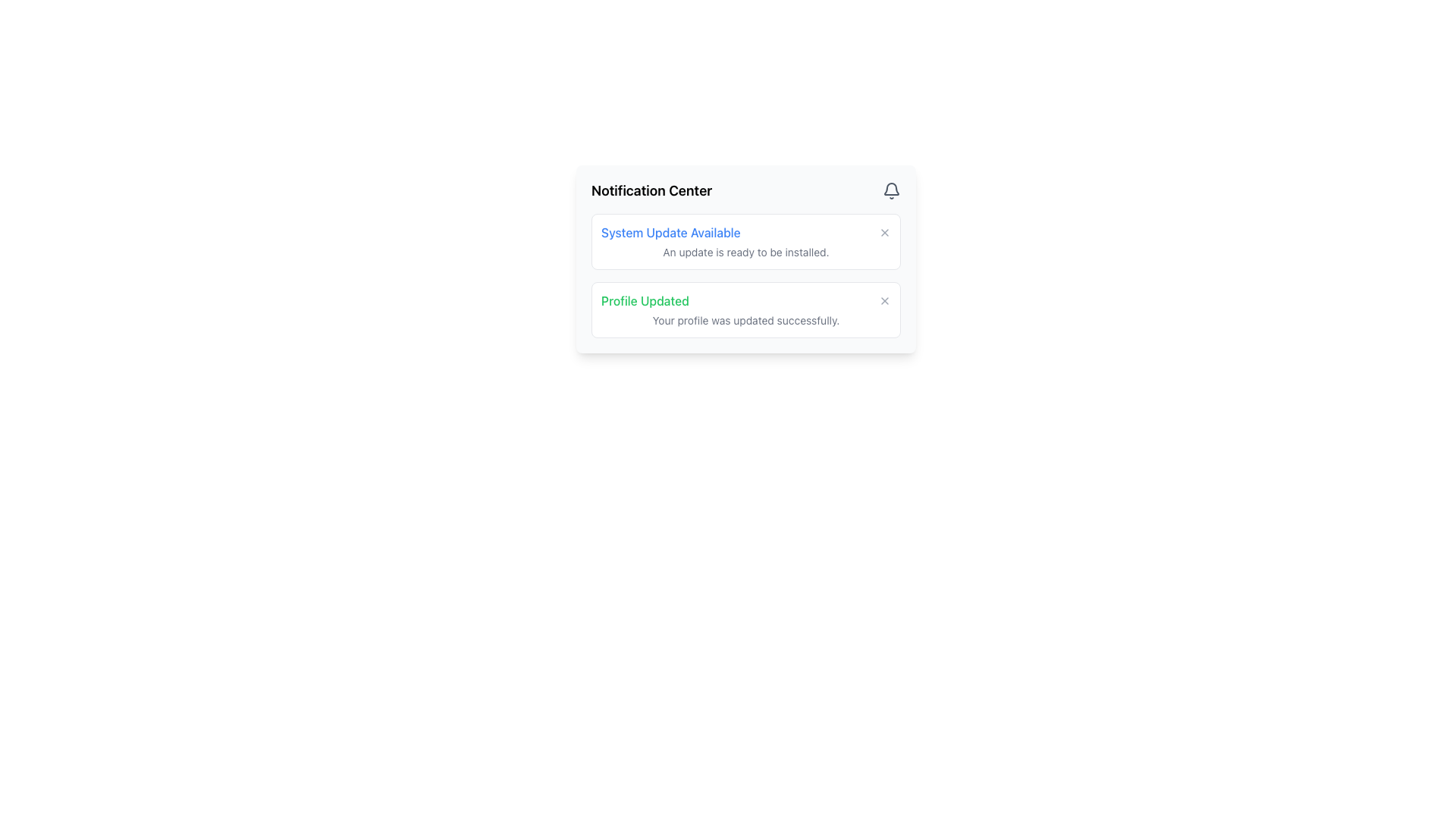 The image size is (1456, 819). I want to click on notification message that states 'Profile Updated' in the Notification Center, which includes a prominent green text and a smaller gray text indicating the successful update, so click(745, 309).